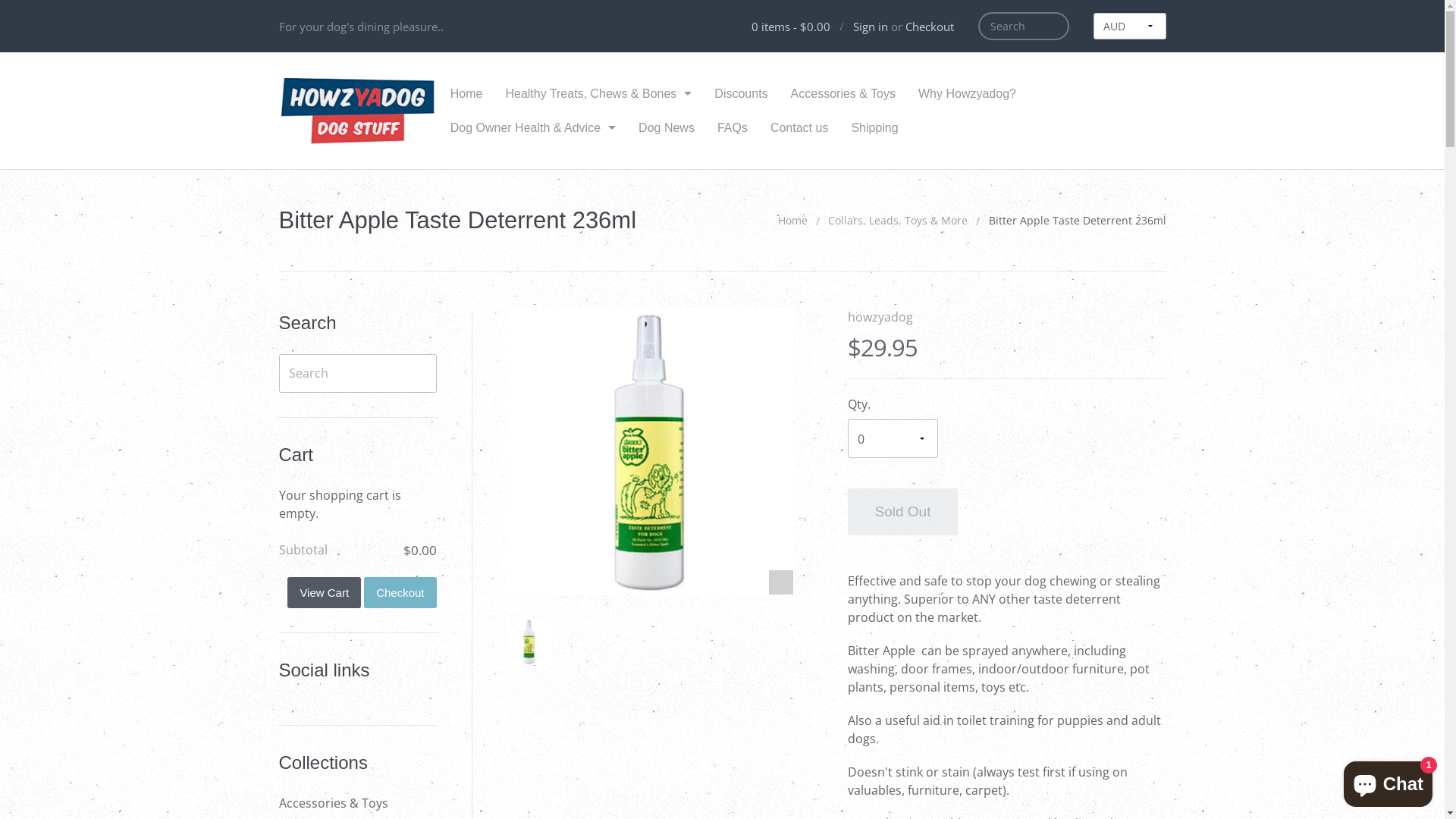 This screenshot has height=819, width=1456. Describe the element at coordinates (666, 127) in the screenshot. I see `'Dog News'` at that location.